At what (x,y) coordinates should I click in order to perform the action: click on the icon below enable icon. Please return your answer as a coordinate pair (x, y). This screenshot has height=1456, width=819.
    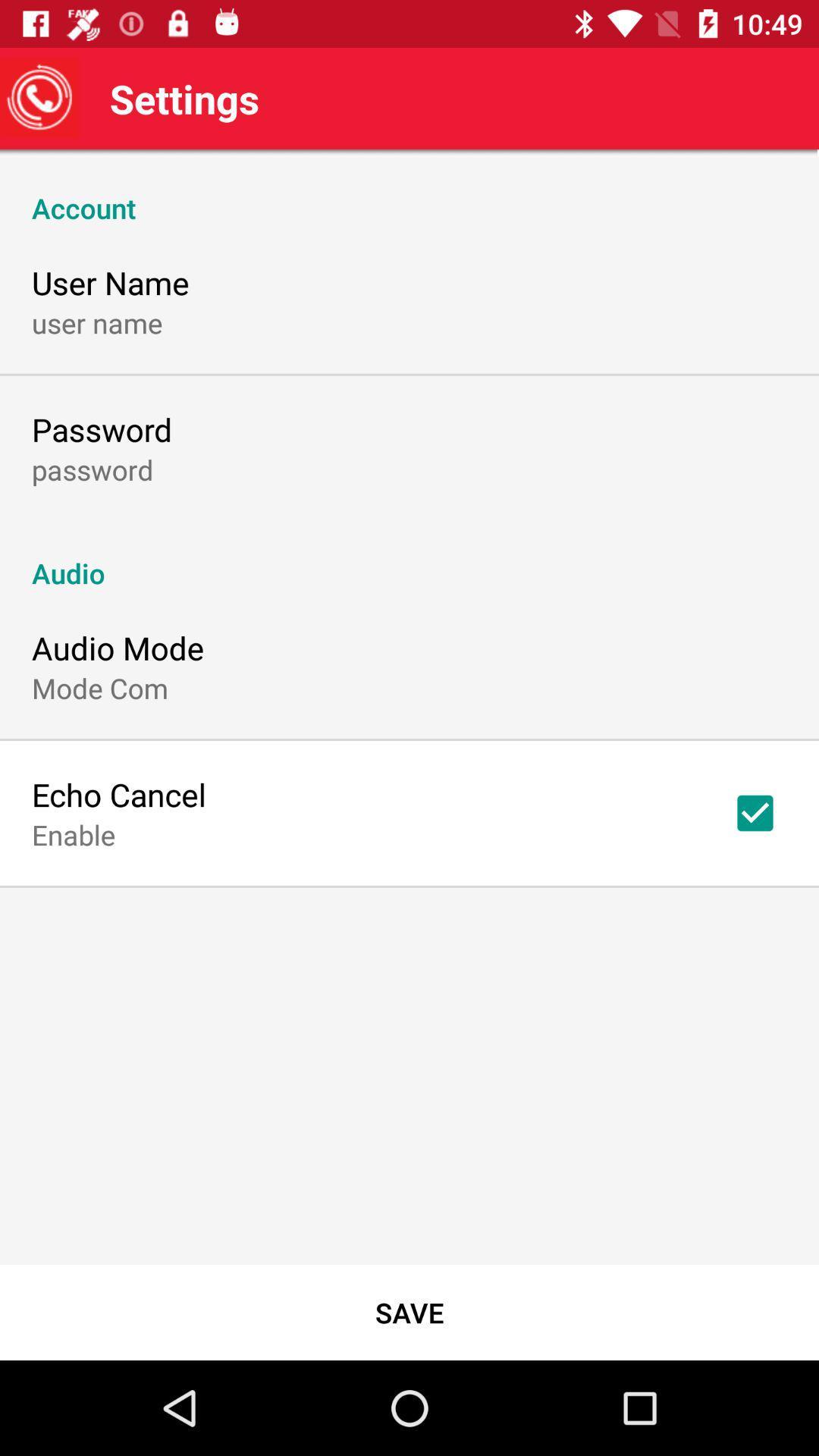
    Looking at the image, I should click on (409, 1312).